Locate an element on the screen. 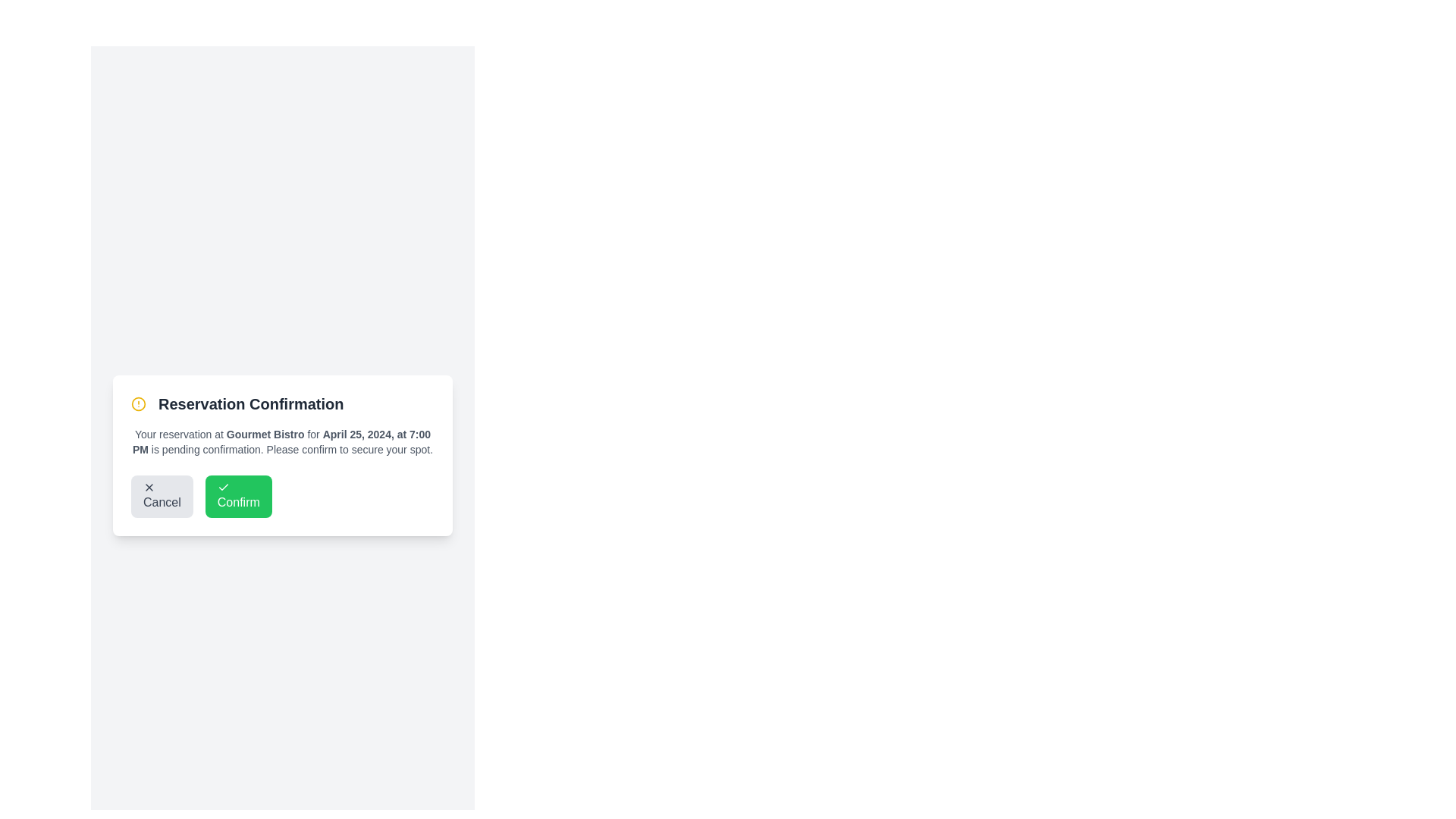  the cancellation icon located on the left side of the 'Cancel' button at the bottom-left of the interface is located at coordinates (149, 488).